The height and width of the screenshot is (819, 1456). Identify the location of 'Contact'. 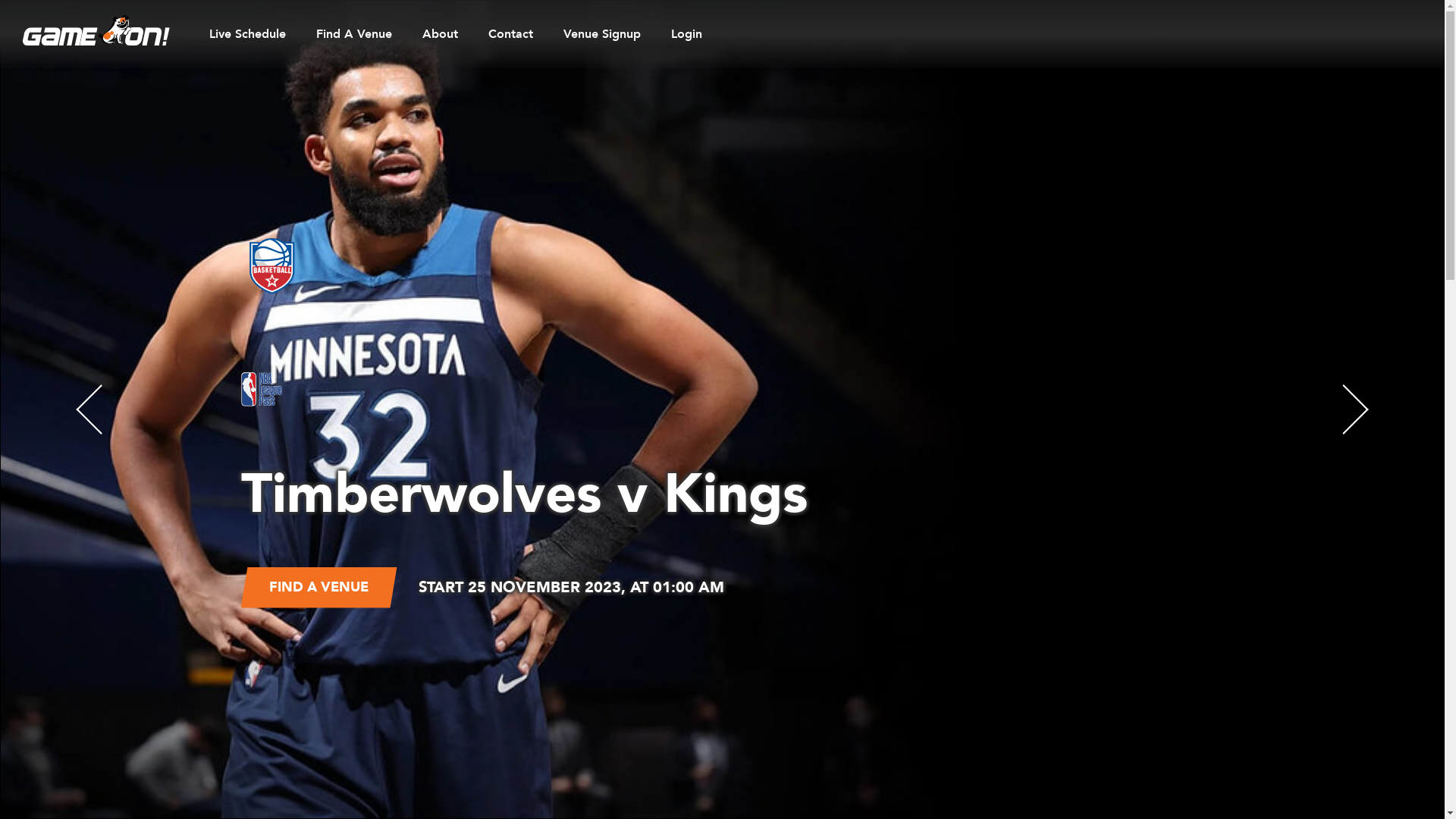
(510, 34).